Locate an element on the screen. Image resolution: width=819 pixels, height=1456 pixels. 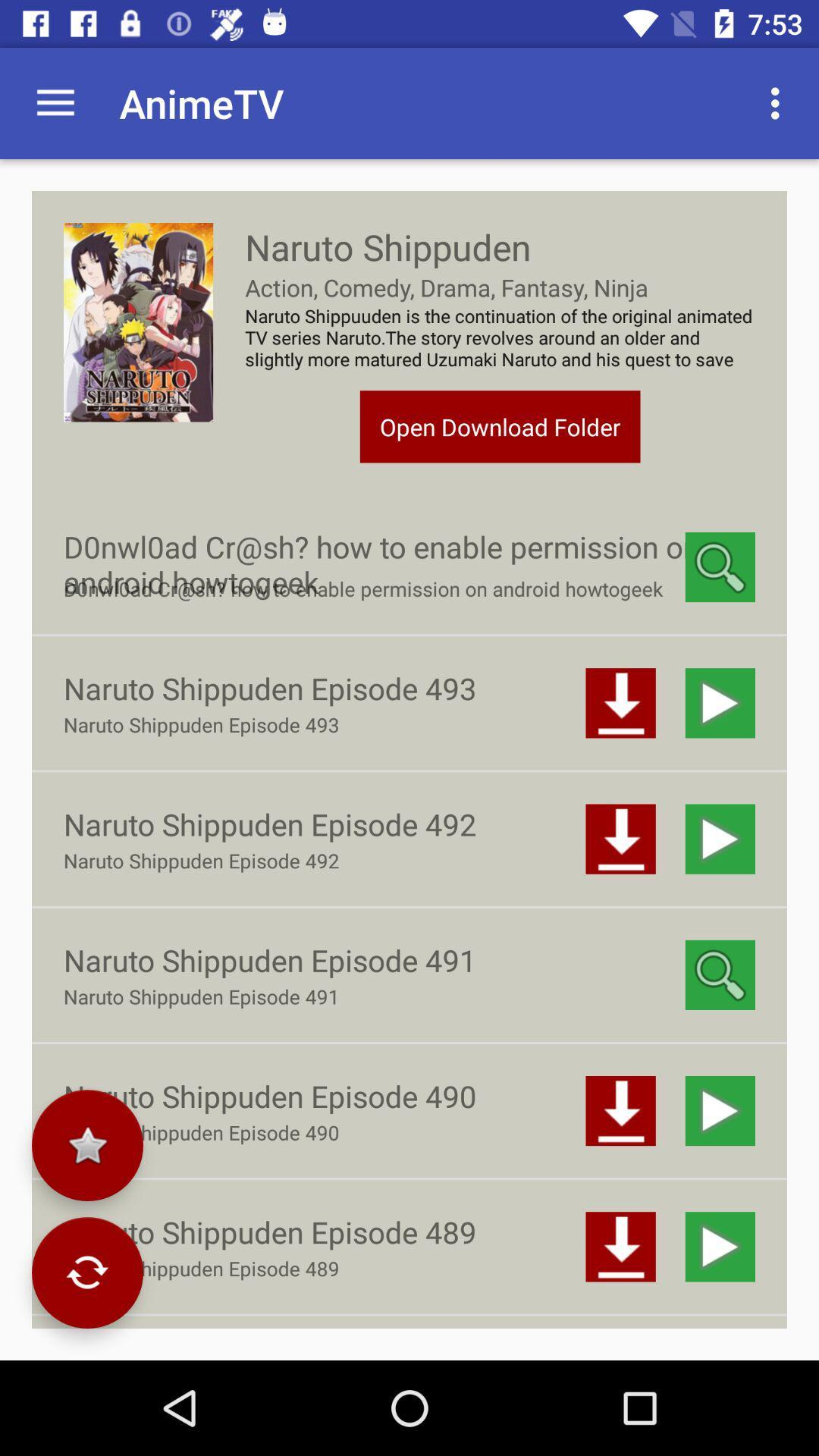
item above naruto shippuuden is is located at coordinates (779, 102).